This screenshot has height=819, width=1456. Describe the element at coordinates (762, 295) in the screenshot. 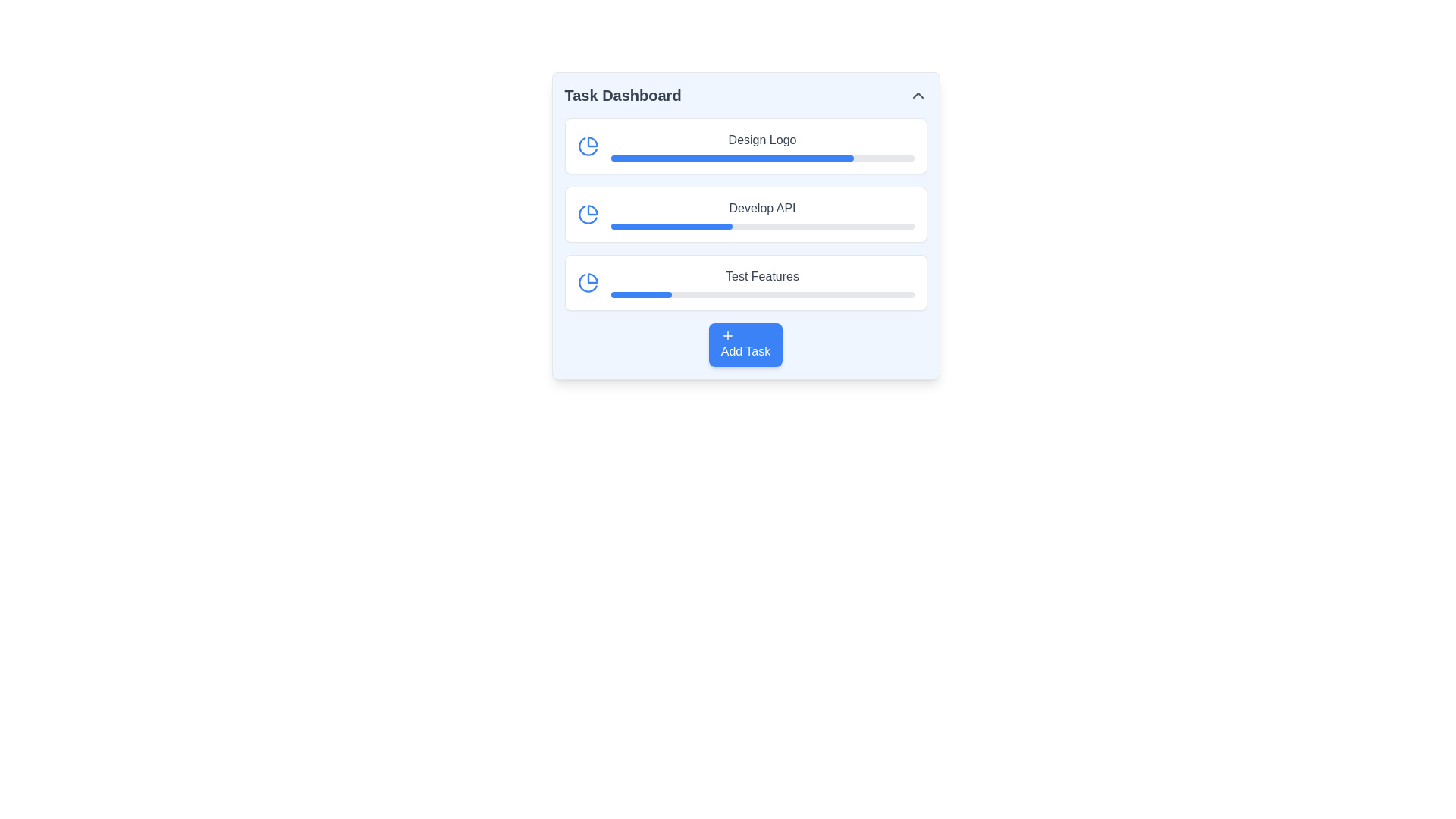

I see `the progress bar indicating the completion status of the task labeled 'Test Features' located below its label in the 'Task Dashboard' section` at that location.